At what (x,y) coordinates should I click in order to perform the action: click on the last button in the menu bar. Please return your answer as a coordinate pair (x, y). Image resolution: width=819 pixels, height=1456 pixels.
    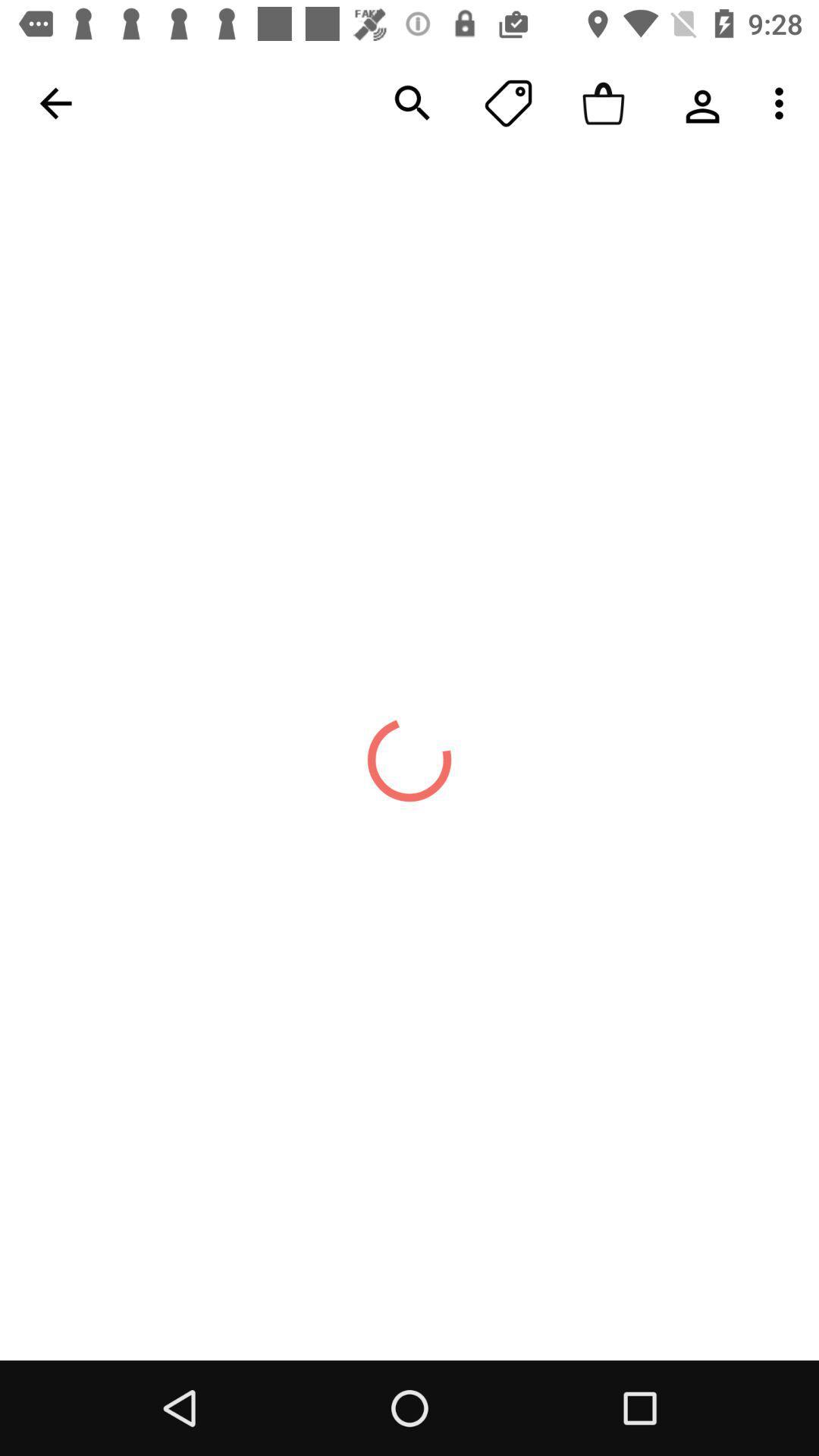
    Looking at the image, I should click on (783, 103).